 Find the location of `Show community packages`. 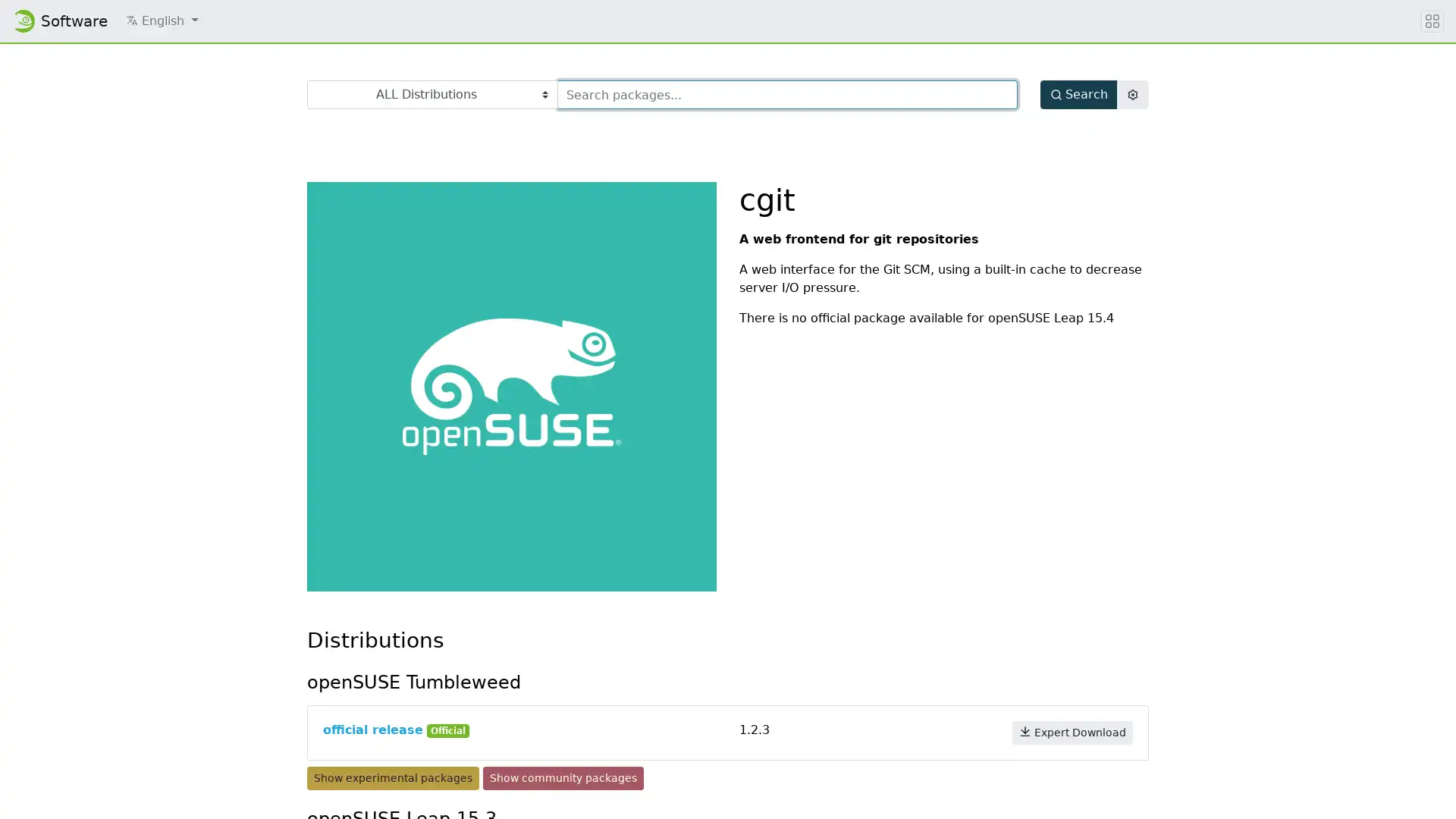

Show community packages is located at coordinates (563, 778).